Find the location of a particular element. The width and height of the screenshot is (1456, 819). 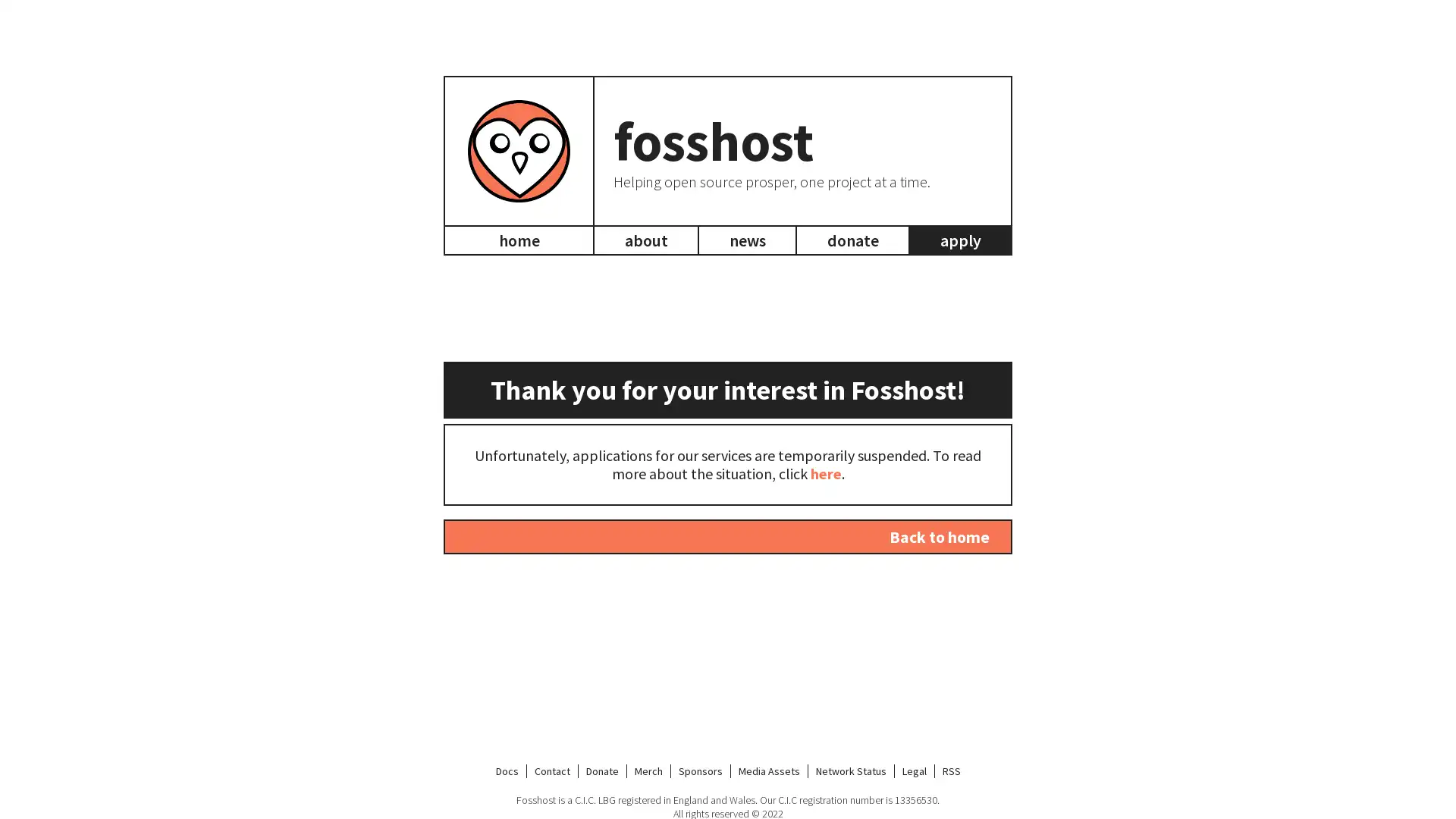

Back to home is located at coordinates (728, 535).